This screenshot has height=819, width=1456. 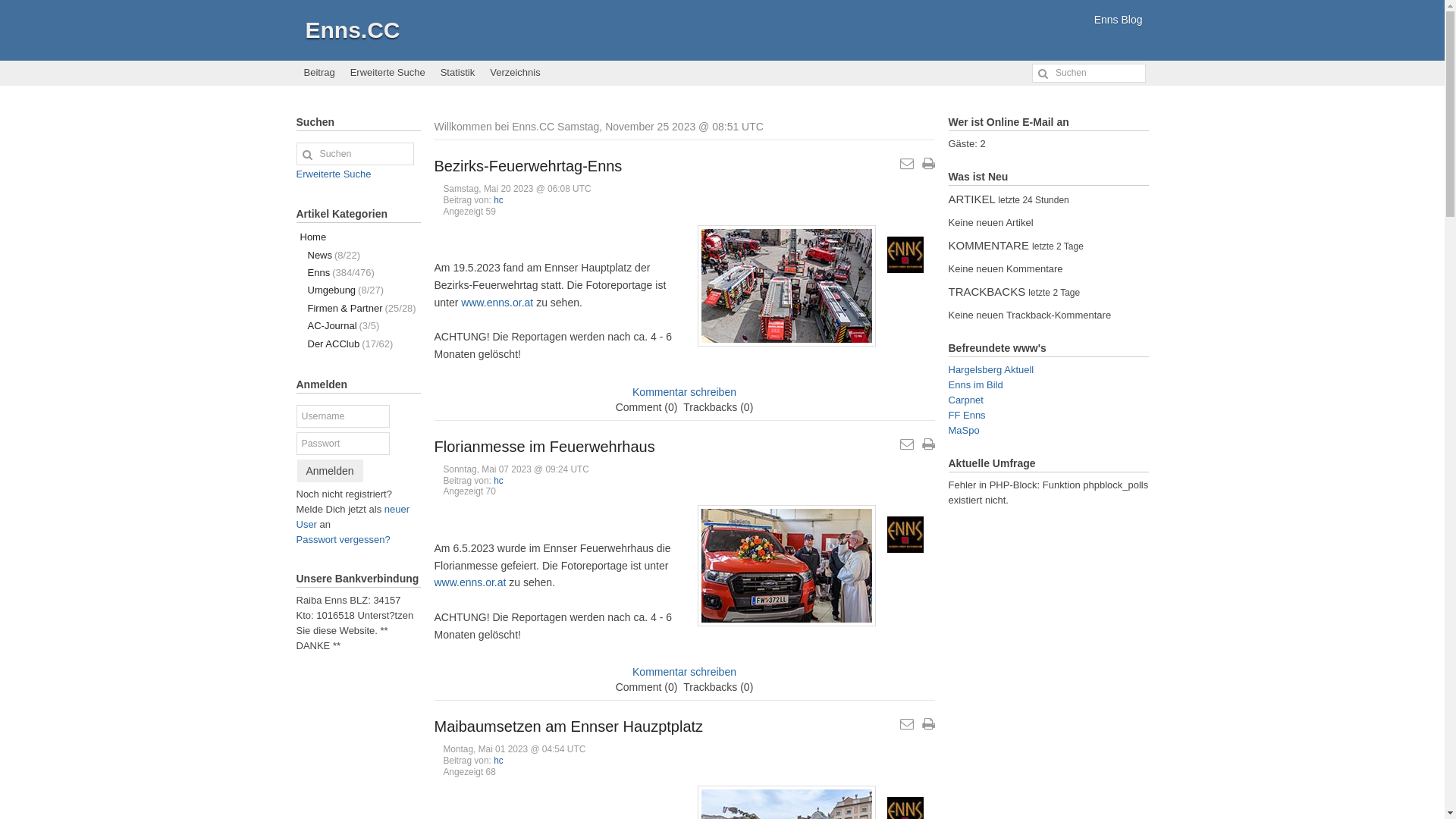 What do you see at coordinates (946, 384) in the screenshot?
I see `'Enns im Bild'` at bounding box center [946, 384].